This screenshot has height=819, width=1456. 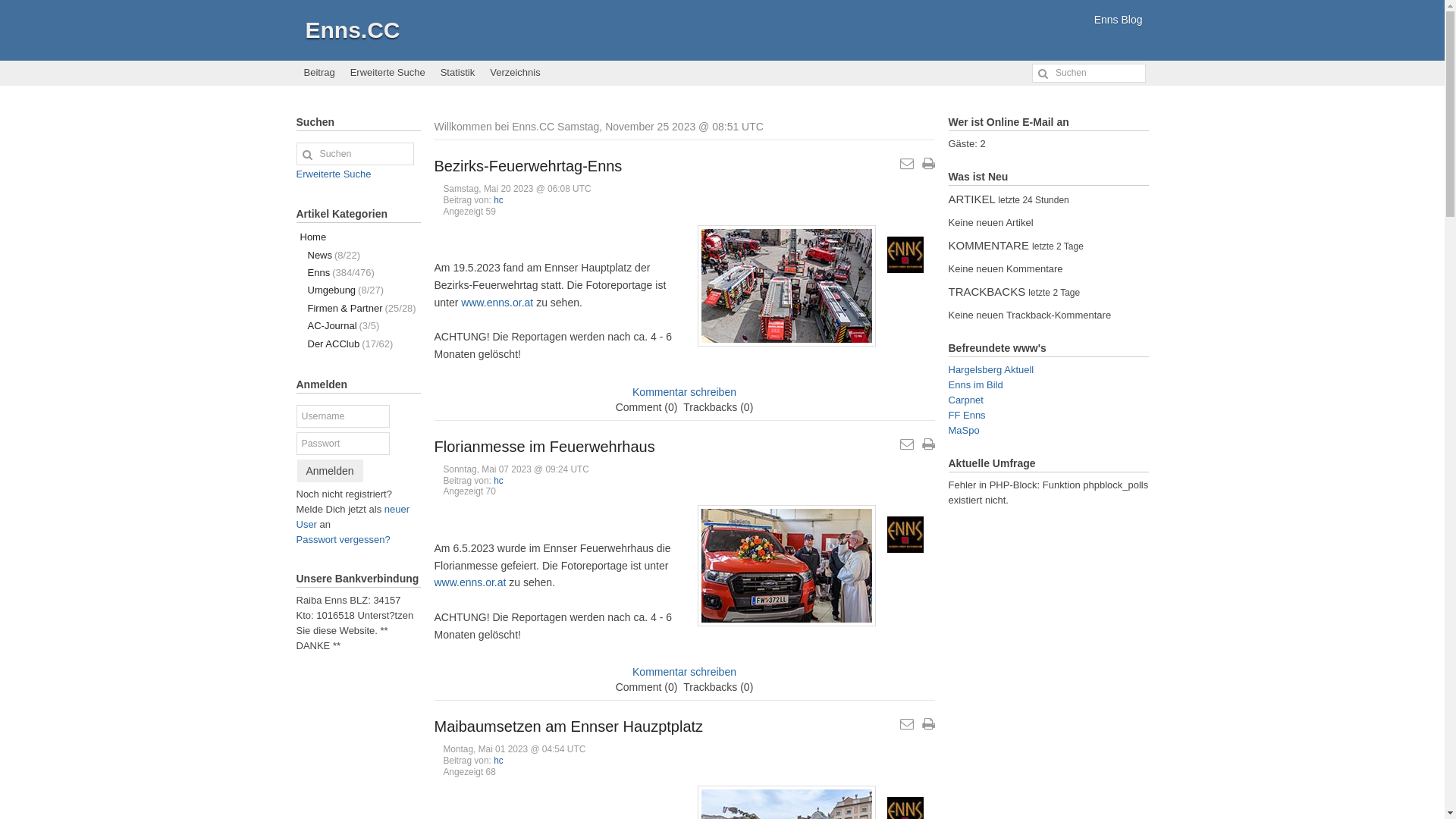 What do you see at coordinates (946, 384) in the screenshot?
I see `'Enns im Bild'` at bounding box center [946, 384].